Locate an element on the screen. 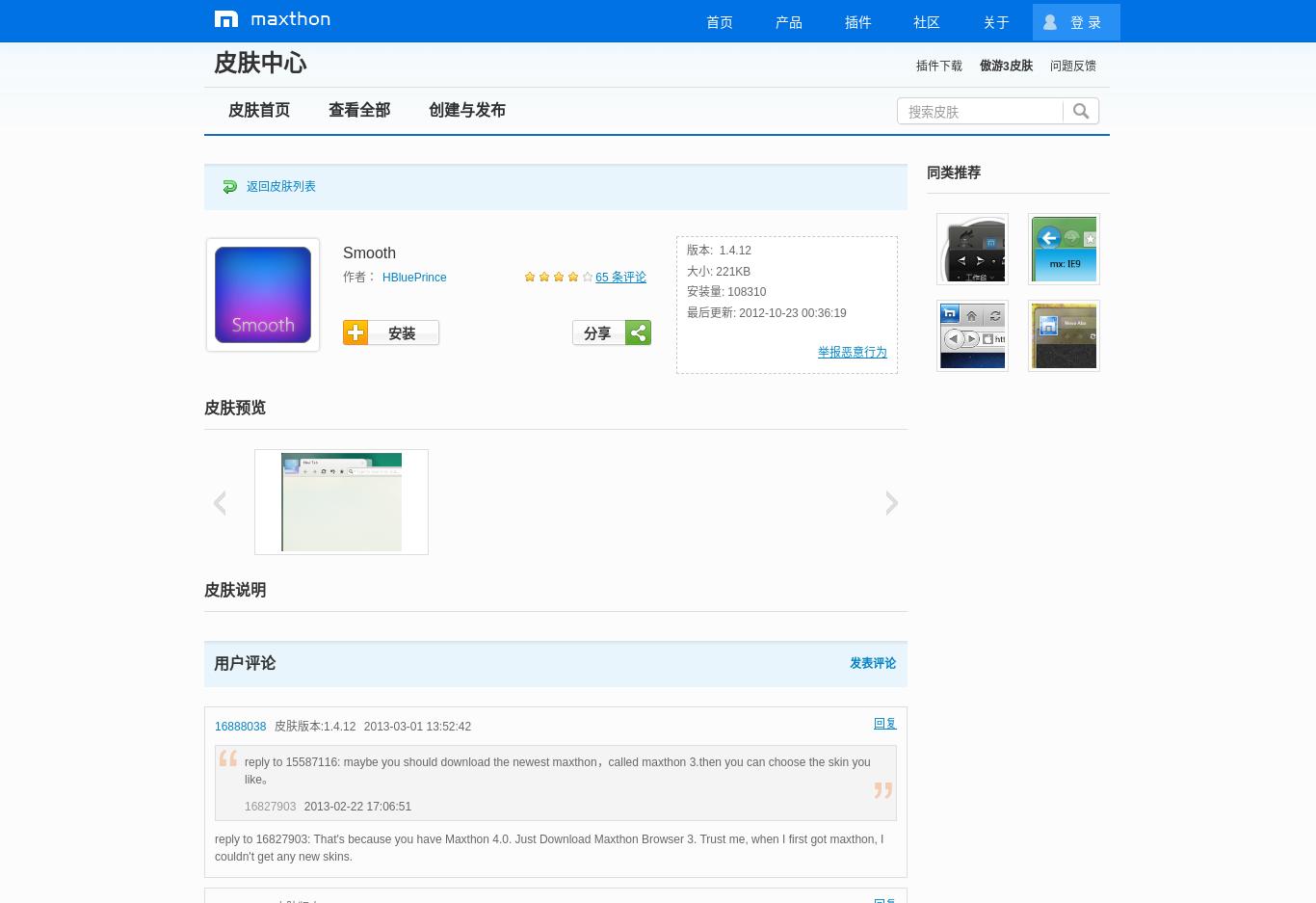 The height and width of the screenshot is (903, 1316). '16888038' is located at coordinates (240, 724).